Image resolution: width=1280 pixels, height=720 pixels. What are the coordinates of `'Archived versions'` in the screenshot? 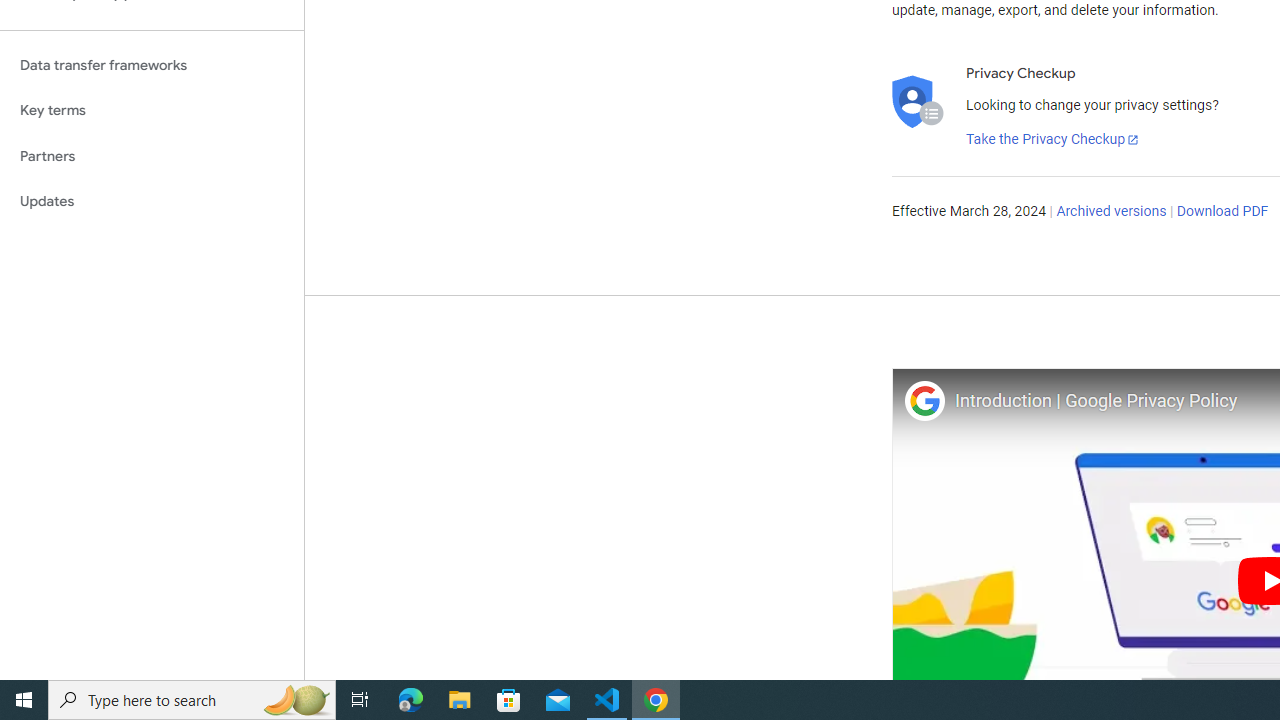 It's located at (1110, 212).